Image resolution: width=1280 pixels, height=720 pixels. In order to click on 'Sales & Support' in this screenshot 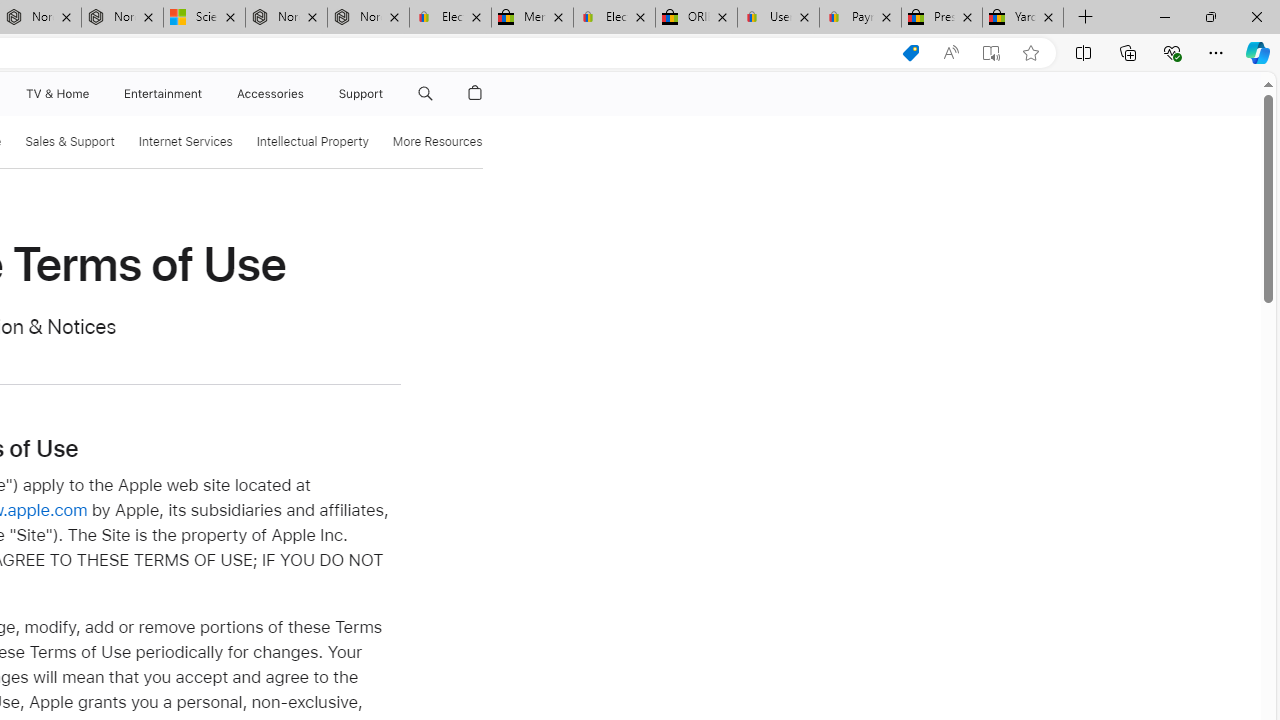, I will do `click(70, 140)`.